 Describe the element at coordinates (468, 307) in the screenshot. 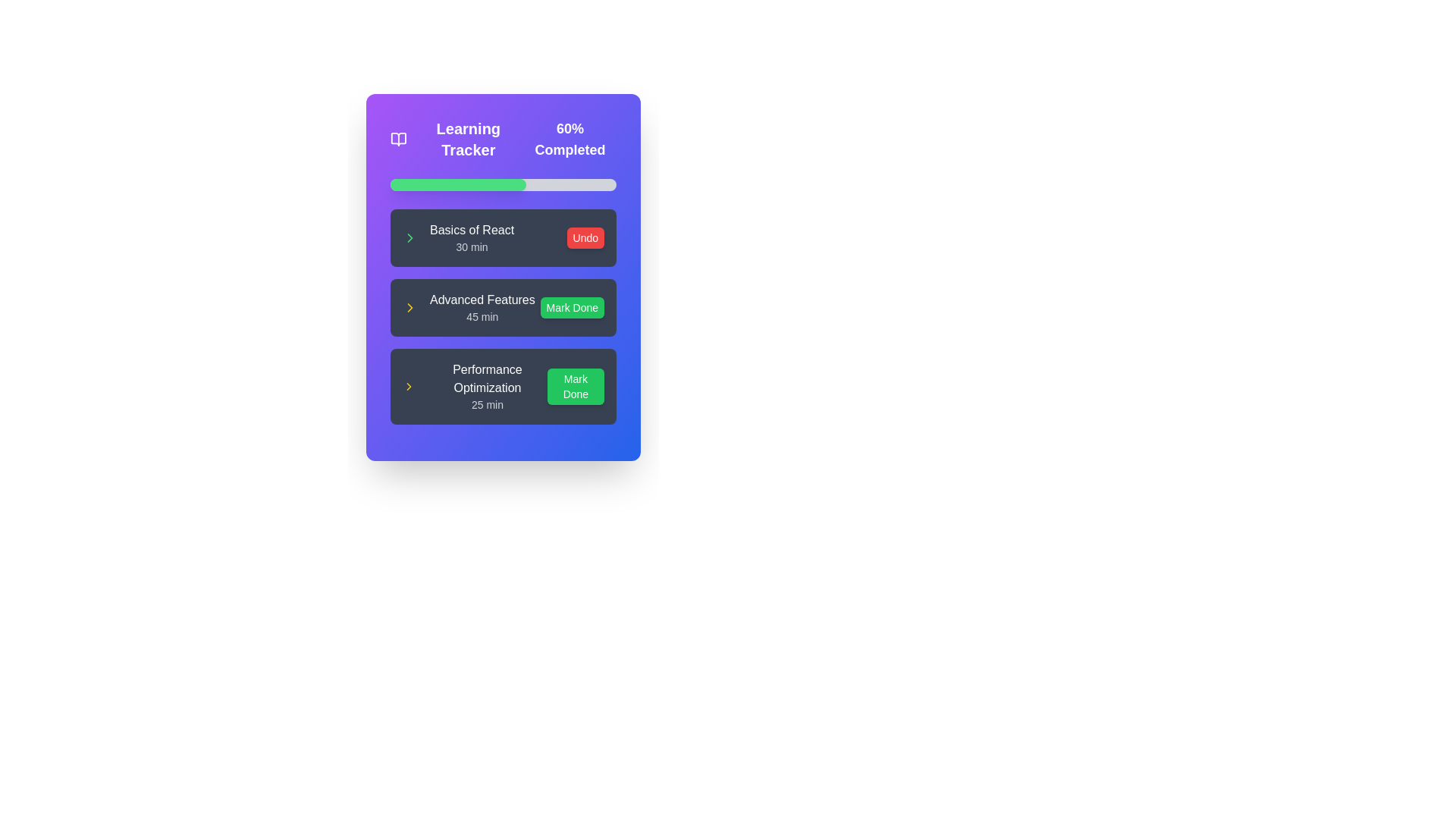

I see `the 'Advanced Features' list item which includes a left-pointing yellow arrow icon, larger white header text, and smaller gray subtext, located between 'Basics of React' and 'Performance Optimization'` at that location.